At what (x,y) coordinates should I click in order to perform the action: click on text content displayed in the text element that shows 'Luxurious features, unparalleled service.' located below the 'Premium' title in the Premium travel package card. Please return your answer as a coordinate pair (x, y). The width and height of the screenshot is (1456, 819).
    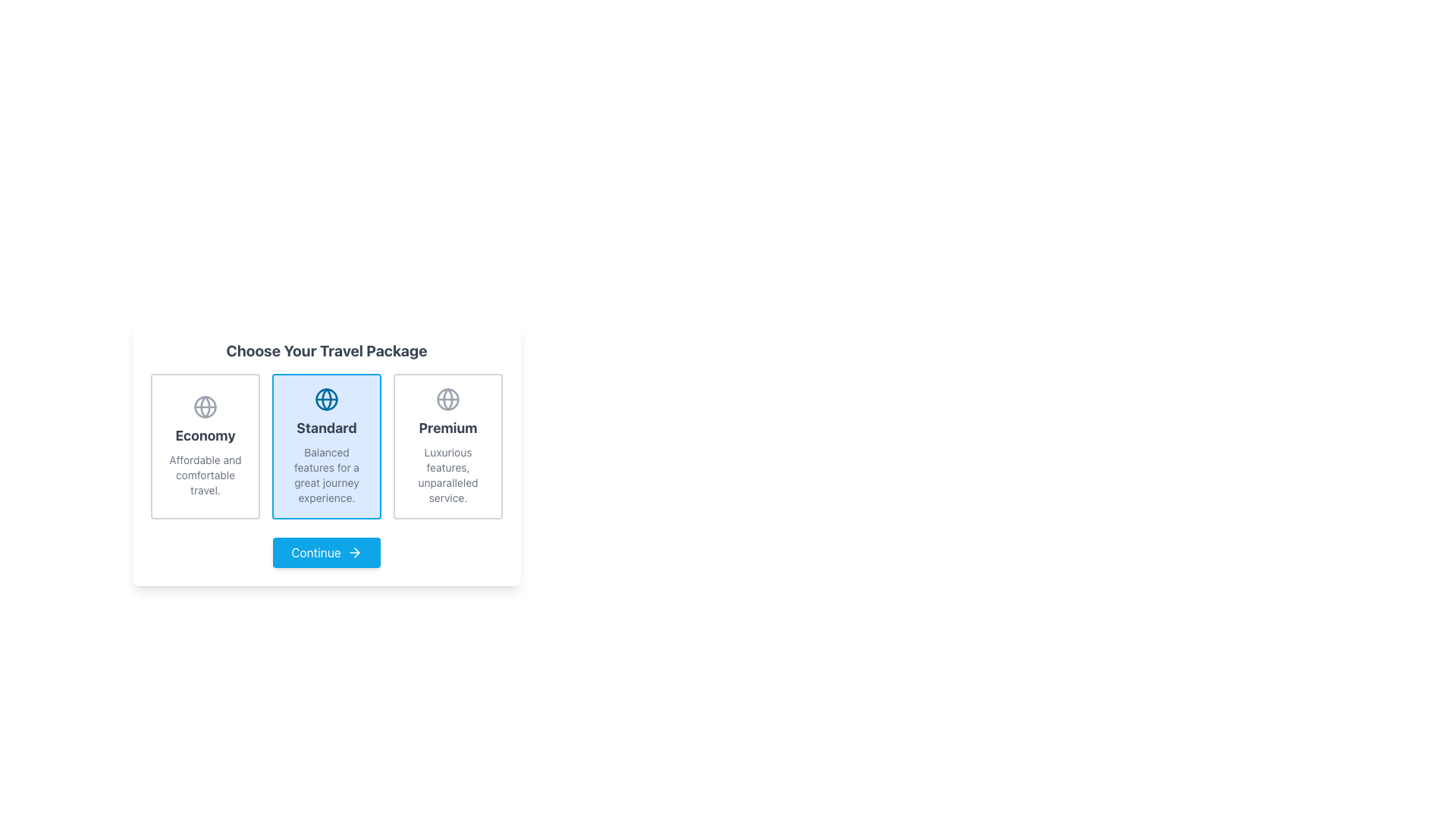
    Looking at the image, I should click on (447, 475).